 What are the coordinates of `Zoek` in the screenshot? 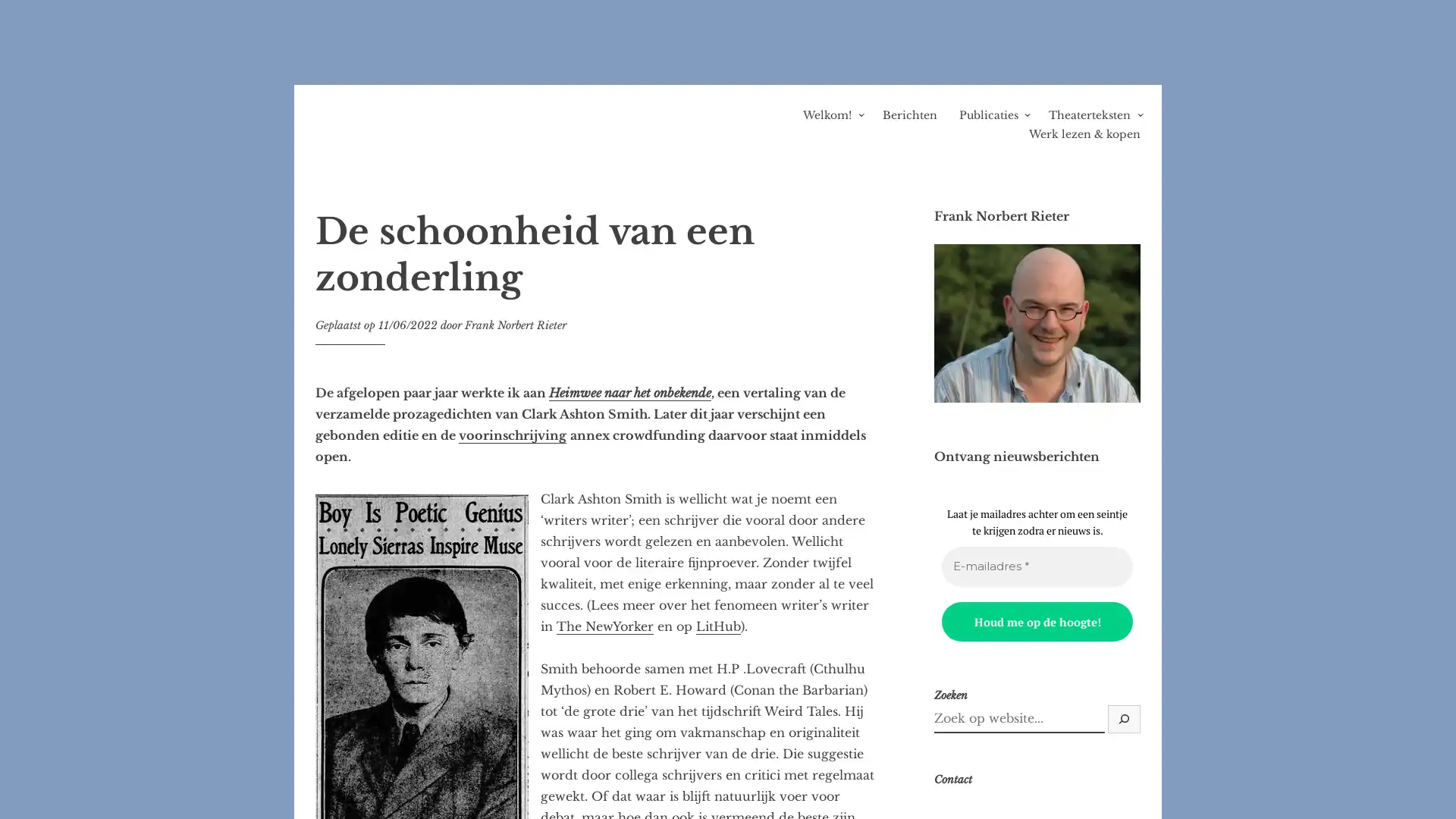 It's located at (1124, 717).